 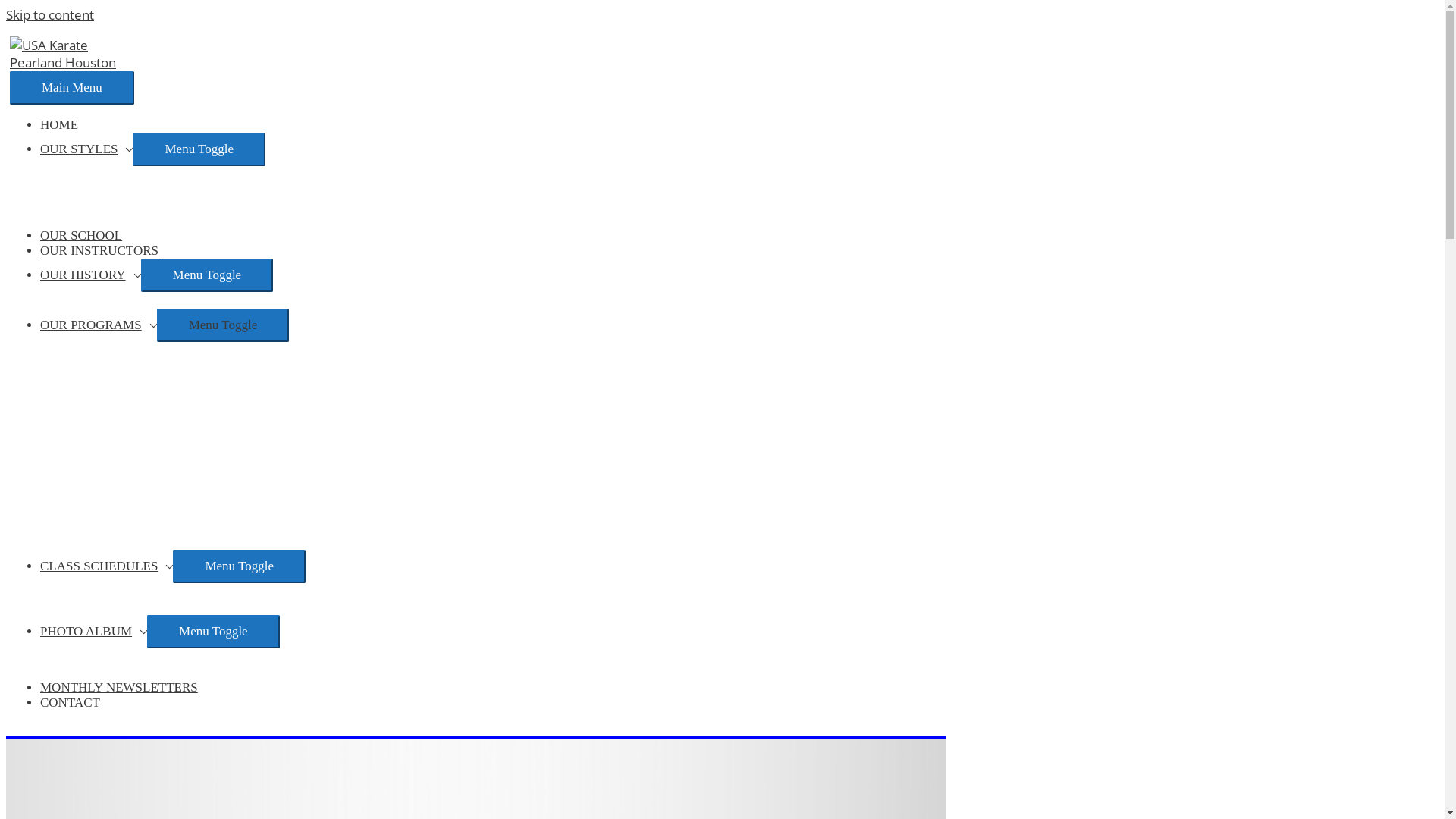 I want to click on 'Menu Toggle', so click(x=238, y=566).